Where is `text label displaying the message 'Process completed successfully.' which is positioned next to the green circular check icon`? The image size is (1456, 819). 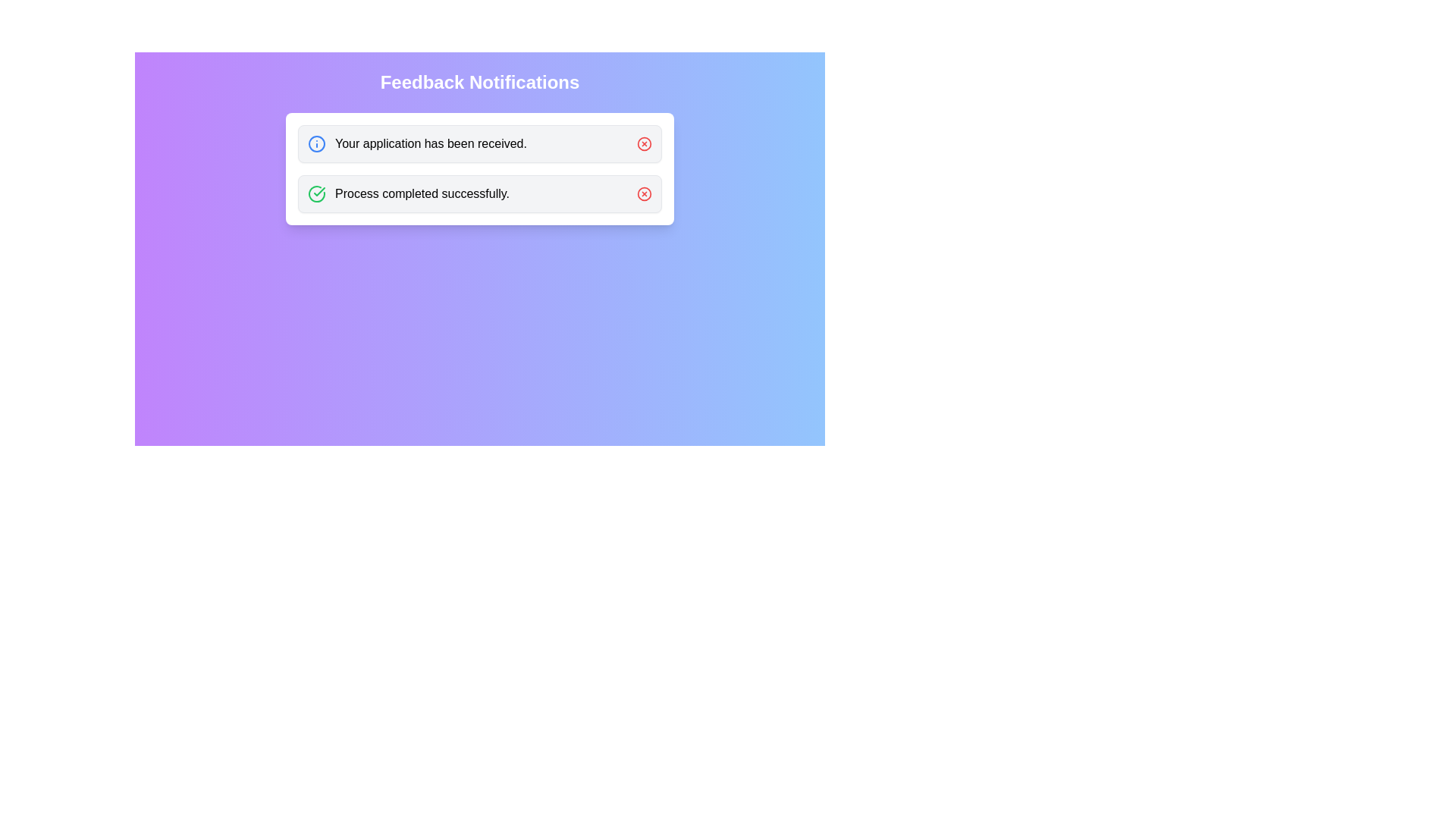
text label displaying the message 'Process completed successfully.' which is positioned next to the green circular check icon is located at coordinates (422, 193).